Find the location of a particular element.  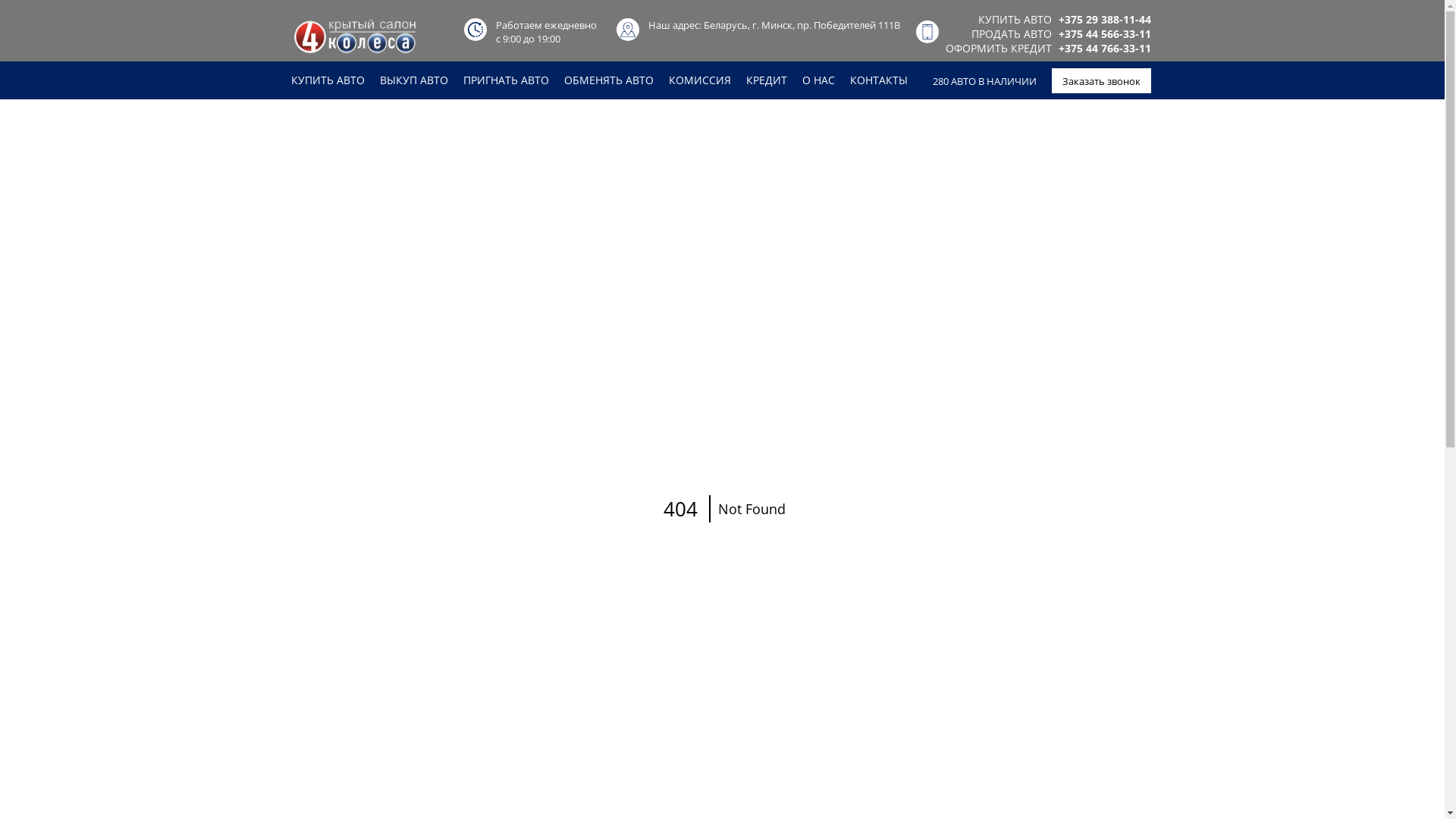

'+375 44 766-33-11' is located at coordinates (1105, 47).